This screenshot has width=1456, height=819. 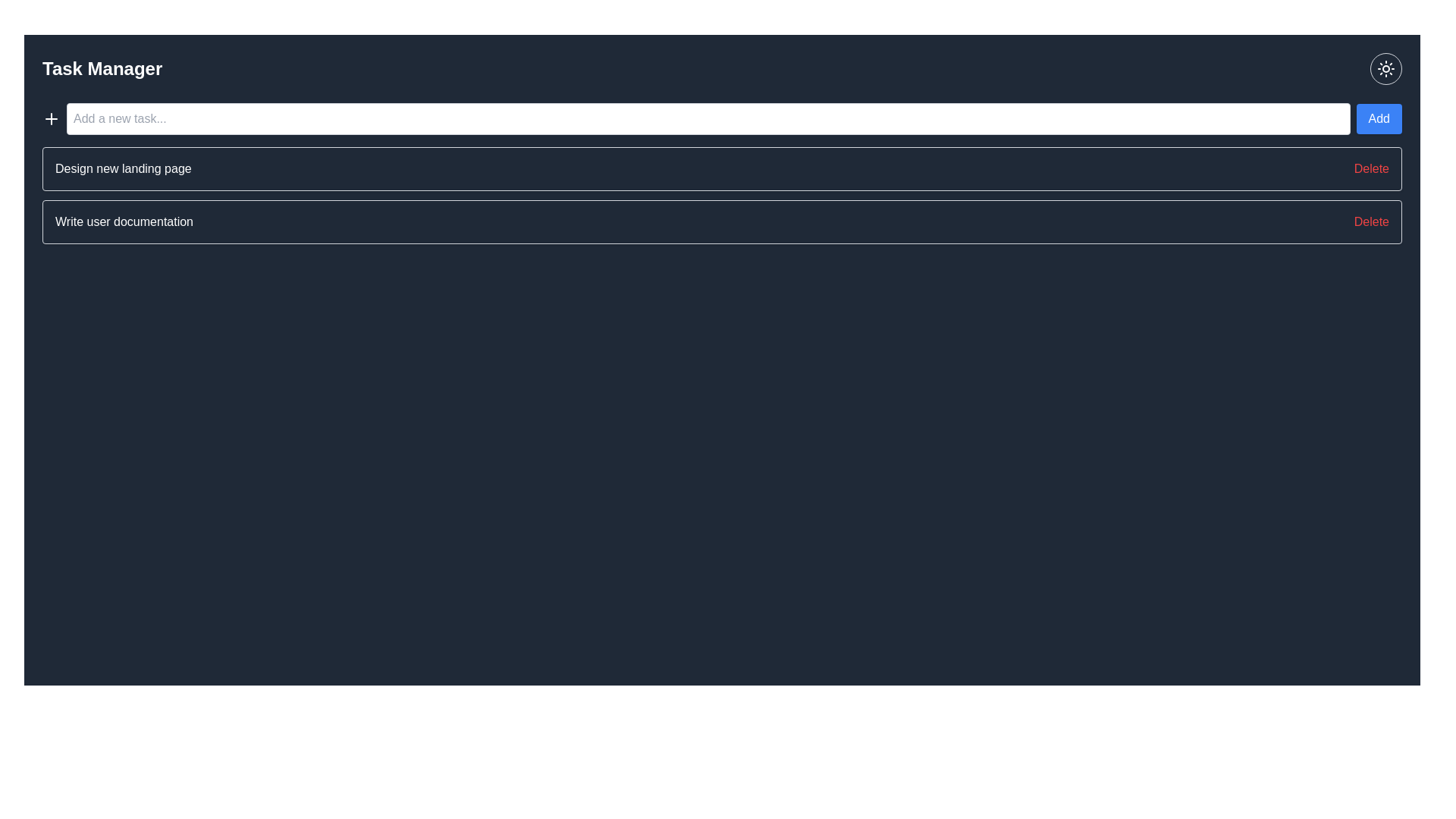 What do you see at coordinates (1386, 69) in the screenshot?
I see `the circular button with a sun icon at the top-right corner of the interface` at bounding box center [1386, 69].